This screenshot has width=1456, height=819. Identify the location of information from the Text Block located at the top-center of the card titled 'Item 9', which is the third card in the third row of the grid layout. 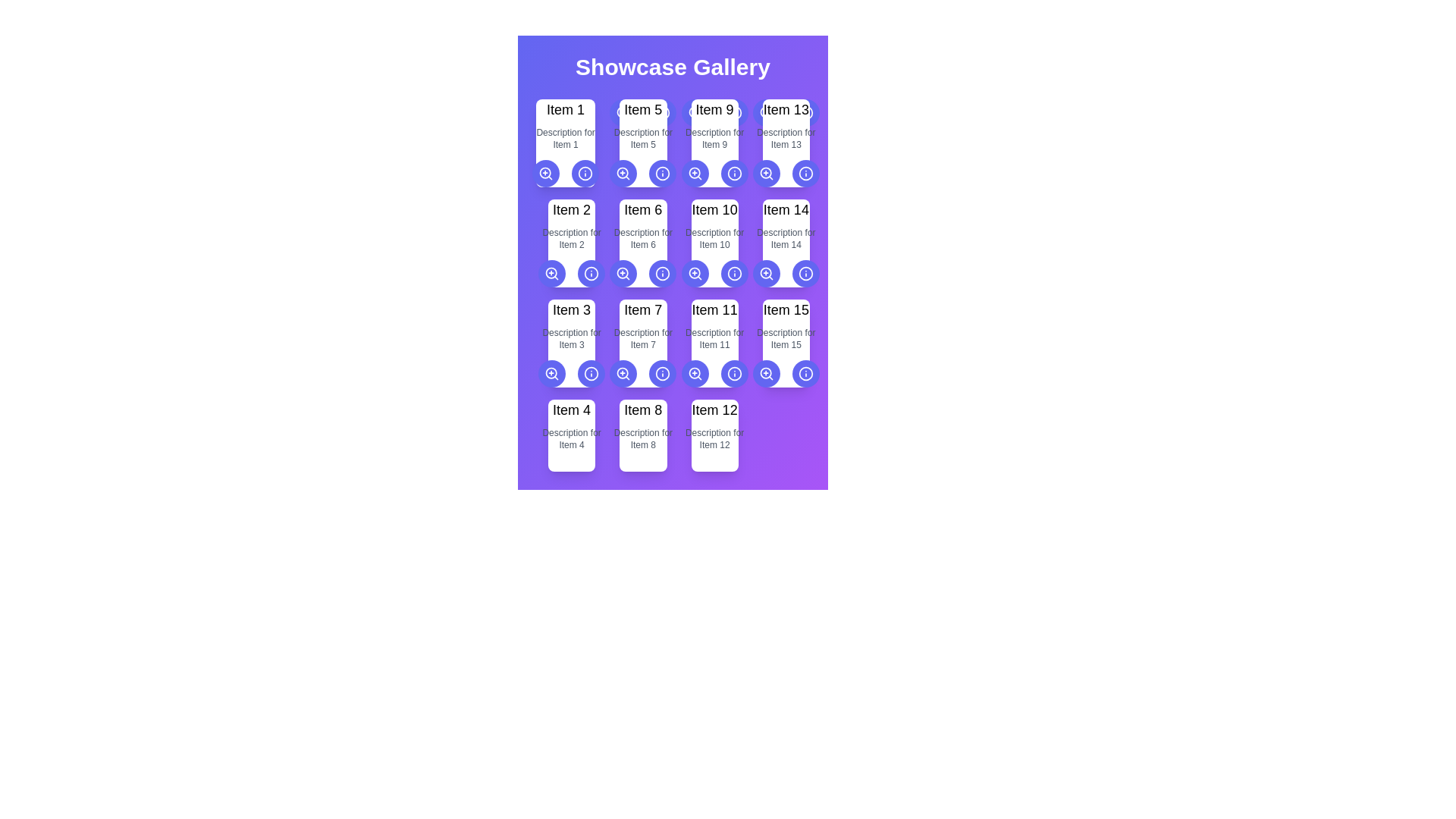
(714, 143).